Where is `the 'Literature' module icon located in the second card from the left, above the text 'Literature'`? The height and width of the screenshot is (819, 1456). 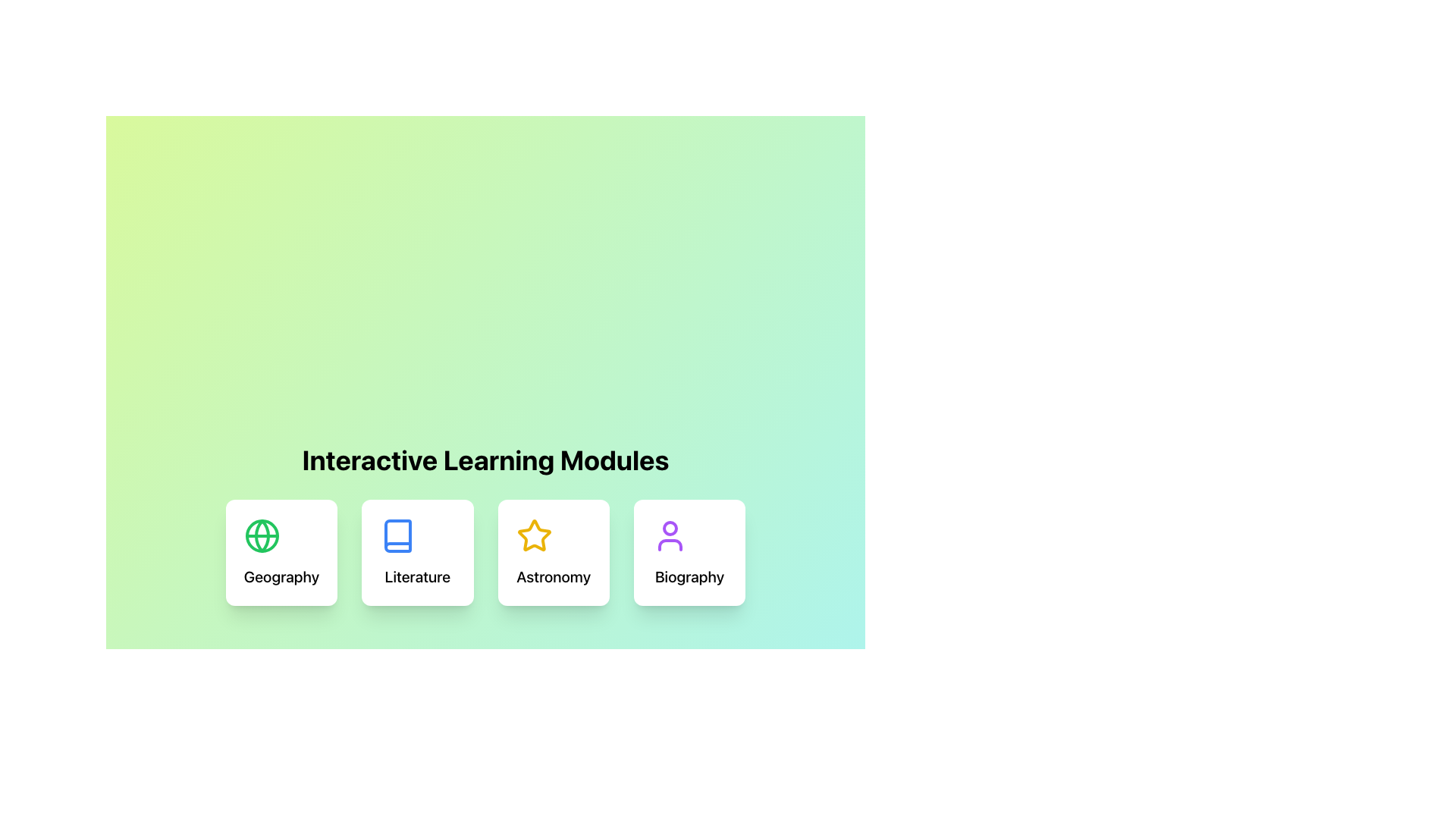 the 'Literature' module icon located in the second card from the left, above the text 'Literature' is located at coordinates (398, 535).